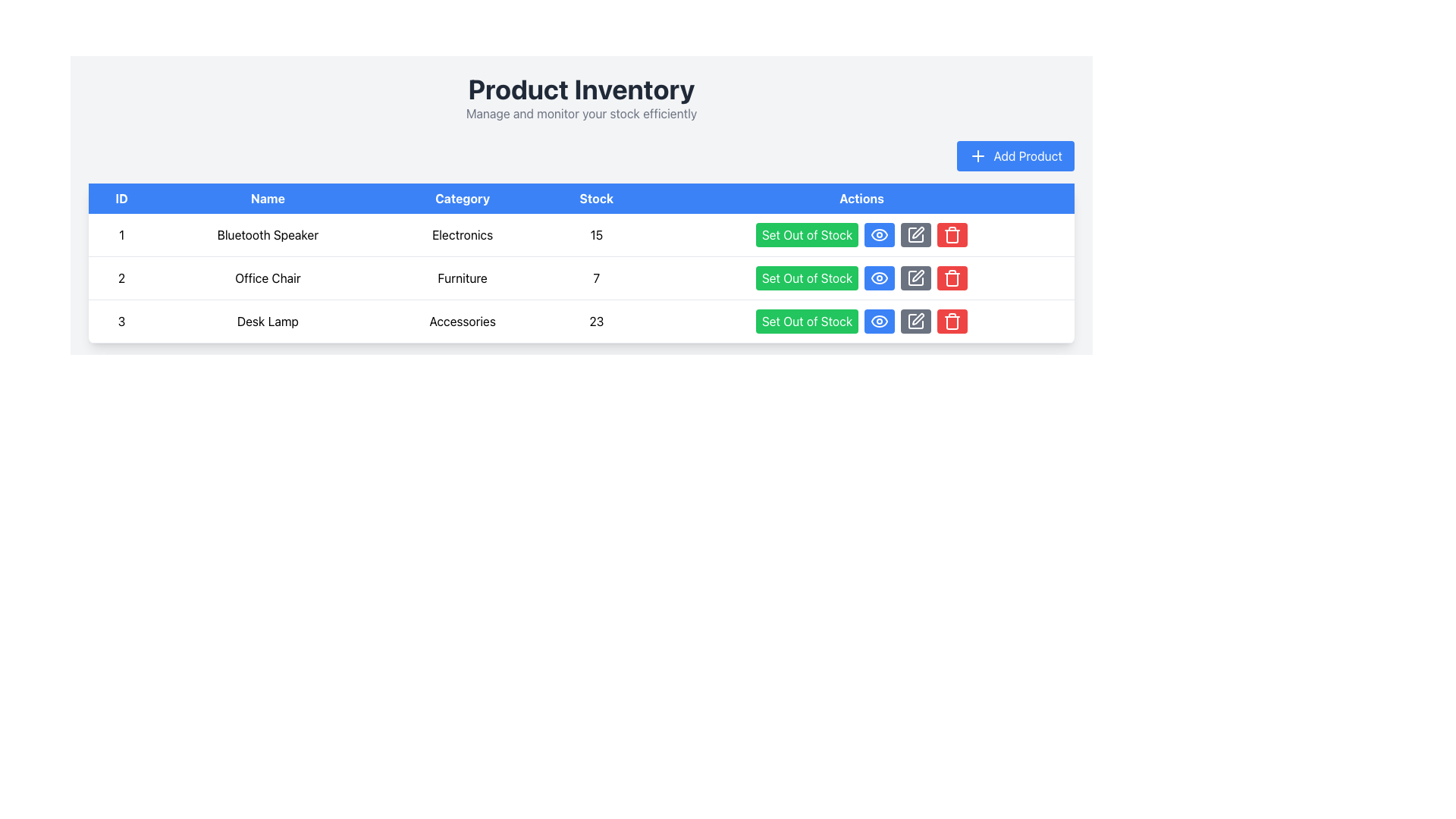 The image size is (1456, 819). What do you see at coordinates (121, 198) in the screenshot?
I see `the 'ID' label, which is styled with a blue background and white text, located in the upper left corner of the table as the first item in a list of column headers` at bounding box center [121, 198].